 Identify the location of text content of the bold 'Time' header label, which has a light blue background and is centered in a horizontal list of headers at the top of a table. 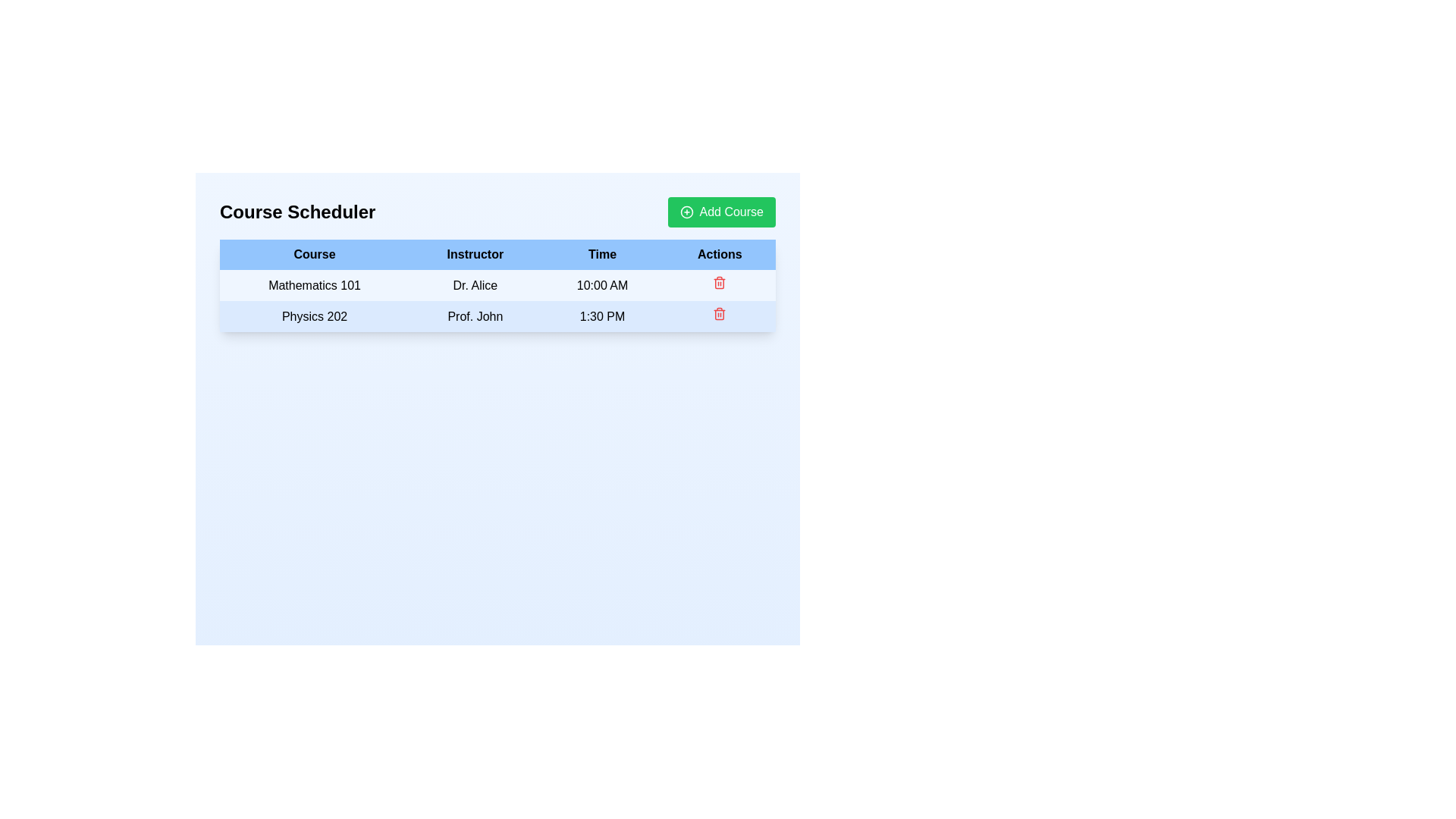
(601, 253).